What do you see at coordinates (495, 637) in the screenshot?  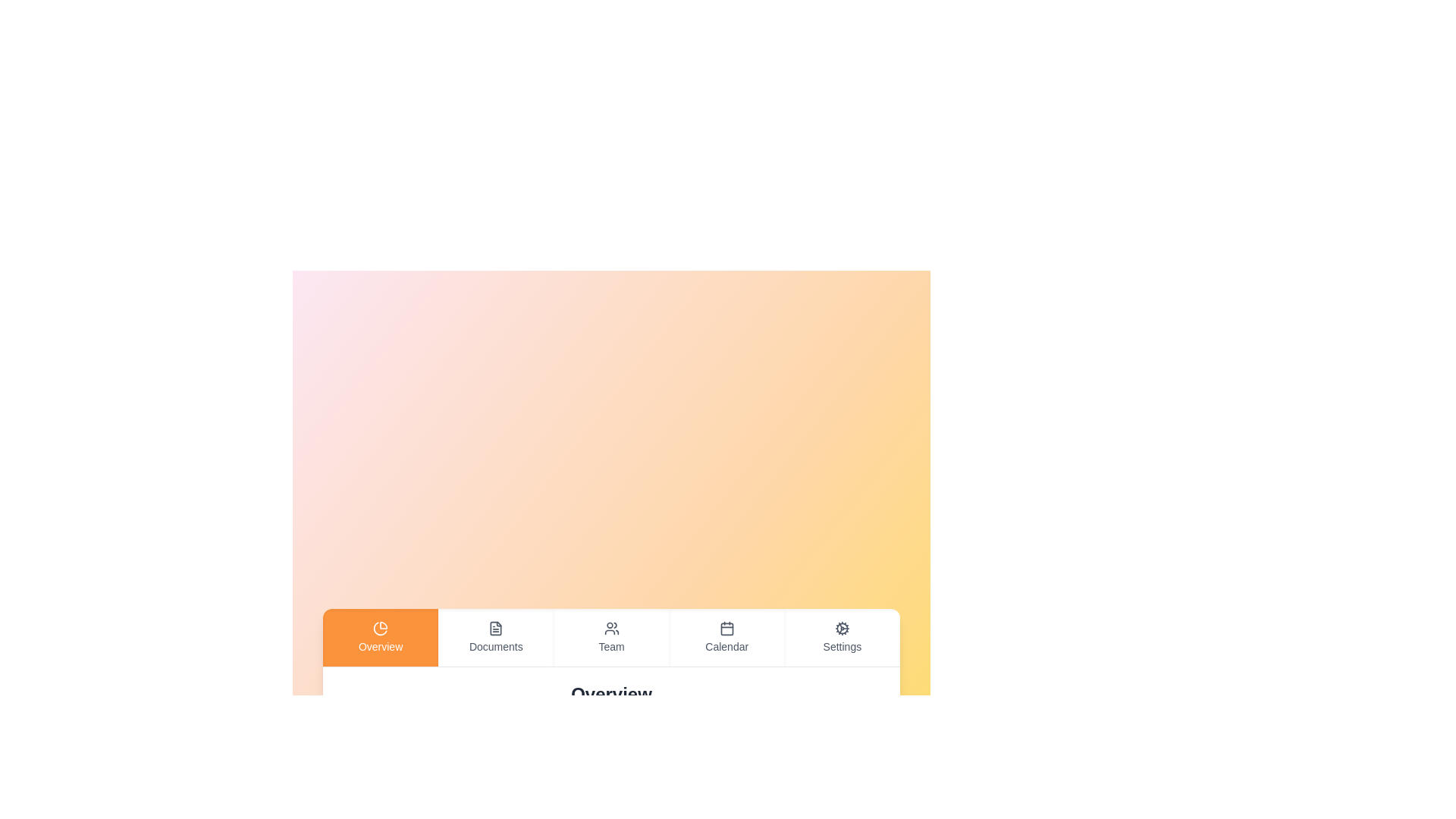 I see `the 'Documents' navigation tab` at bounding box center [495, 637].